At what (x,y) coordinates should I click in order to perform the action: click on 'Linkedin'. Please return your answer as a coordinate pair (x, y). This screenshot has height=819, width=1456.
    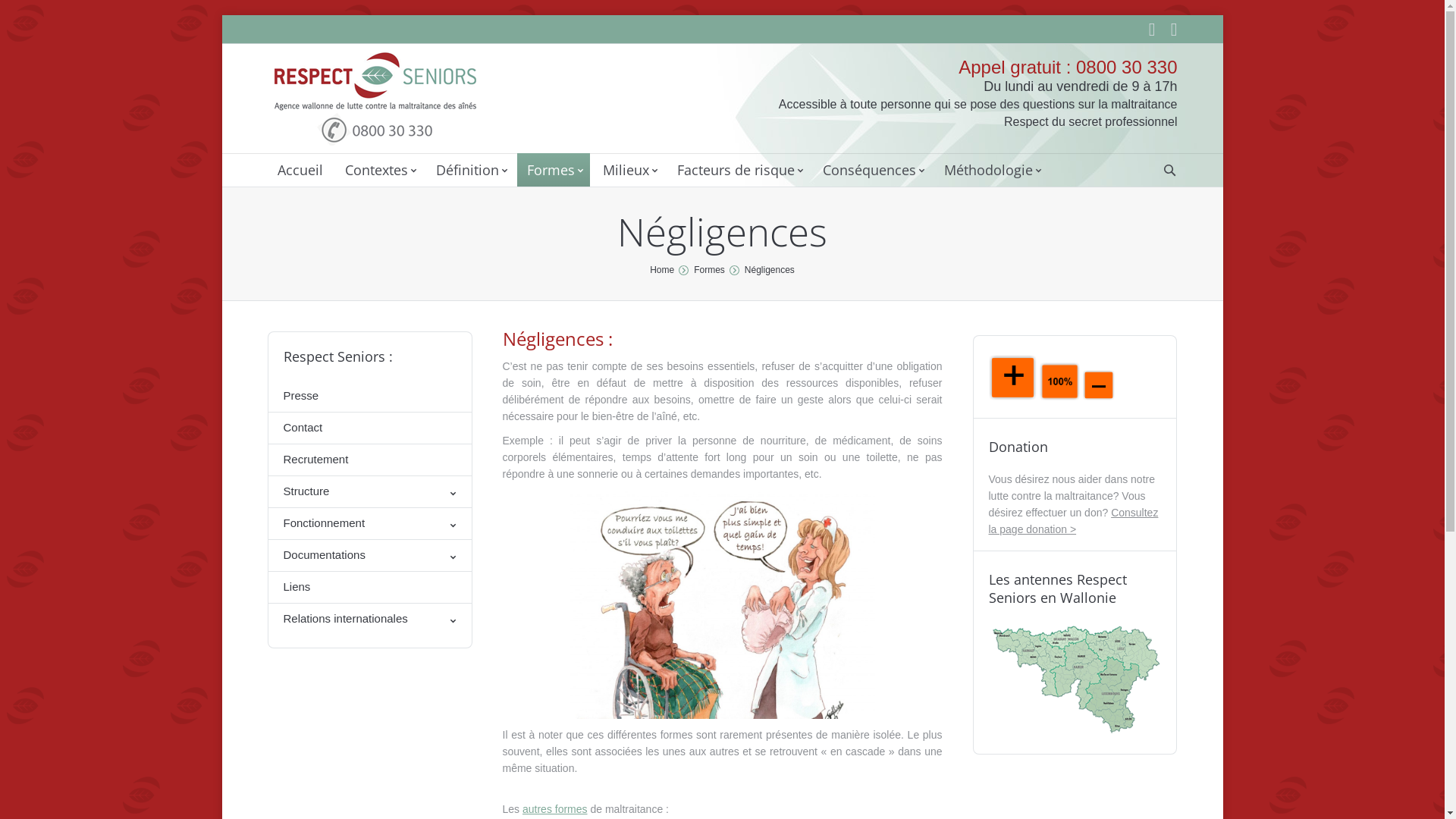
    Looking at the image, I should click on (1145, 30).